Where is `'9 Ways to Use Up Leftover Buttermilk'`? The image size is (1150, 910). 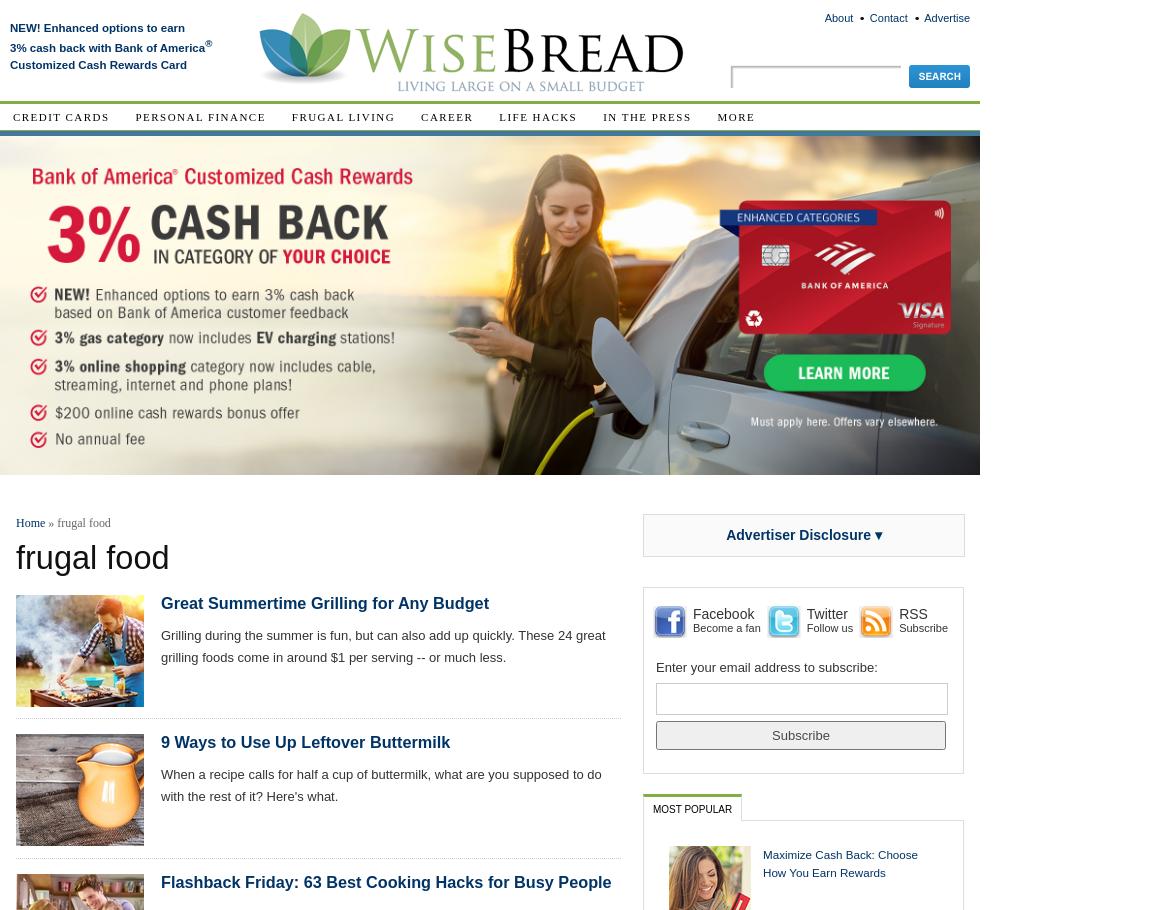 '9 Ways to Use Up Leftover Buttermilk' is located at coordinates (305, 741).